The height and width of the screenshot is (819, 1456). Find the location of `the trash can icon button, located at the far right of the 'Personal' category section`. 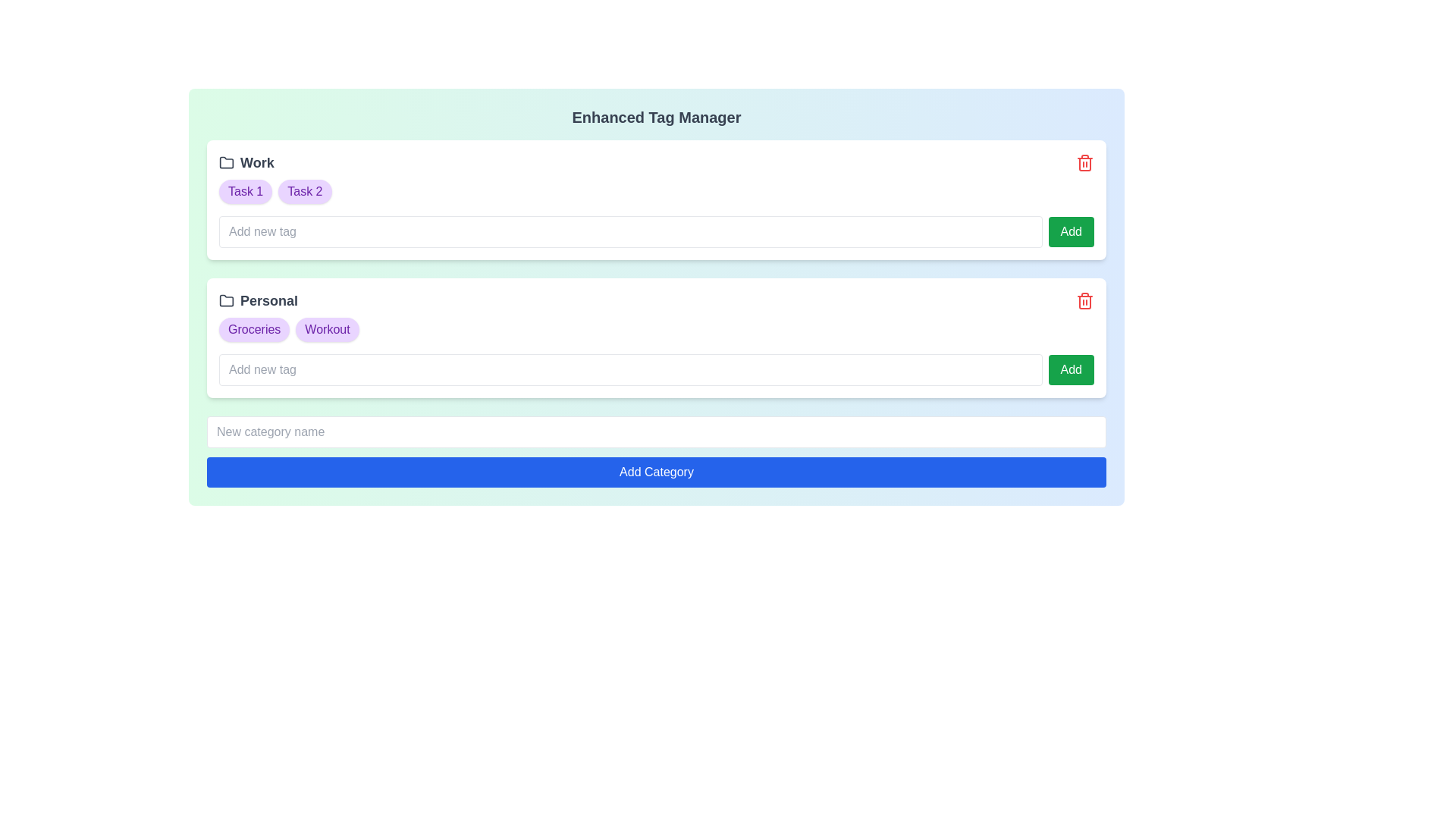

the trash can icon button, located at the far right of the 'Personal' category section is located at coordinates (1084, 301).